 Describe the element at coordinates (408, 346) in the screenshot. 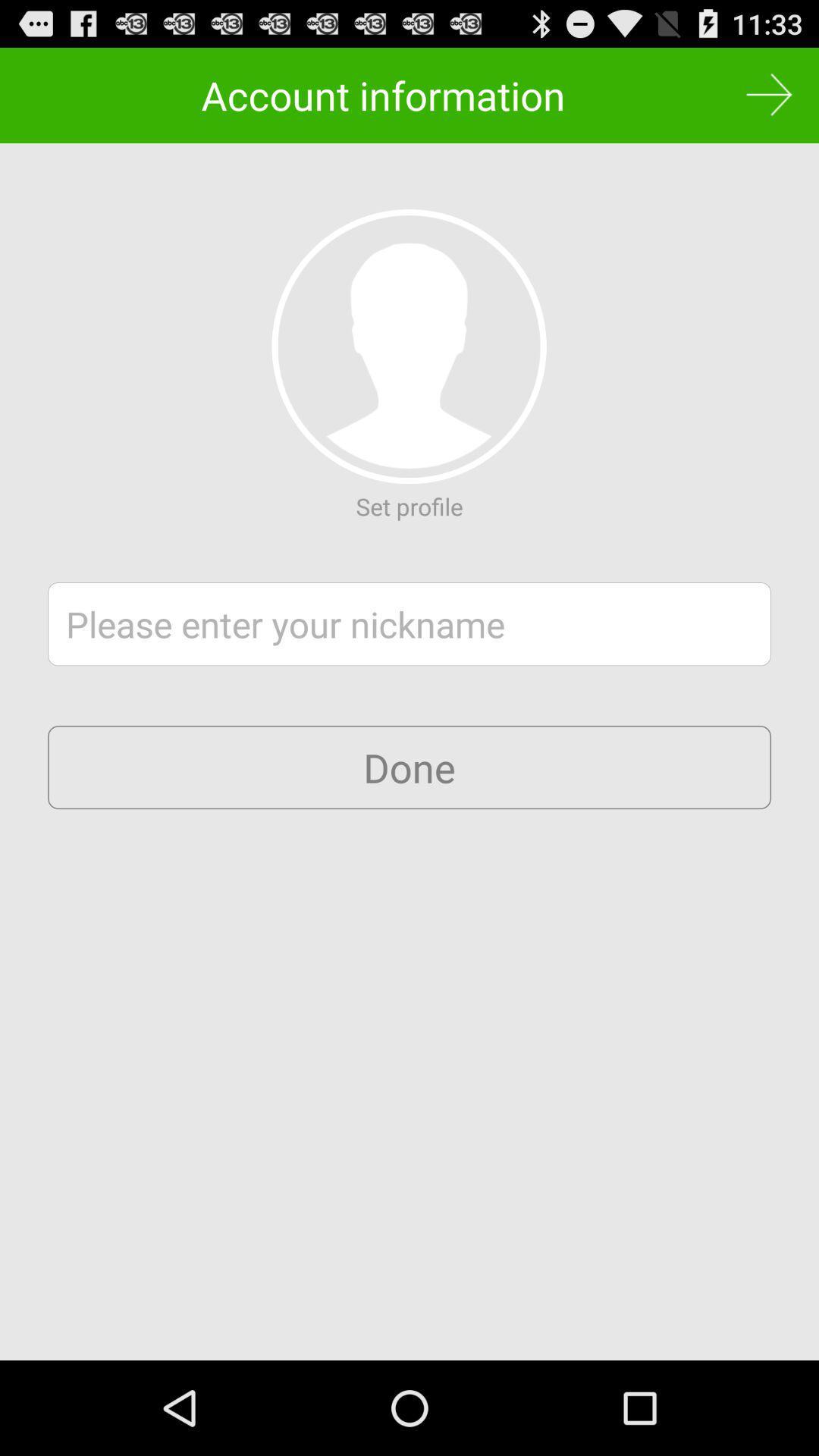

I see `set profile picture` at that location.